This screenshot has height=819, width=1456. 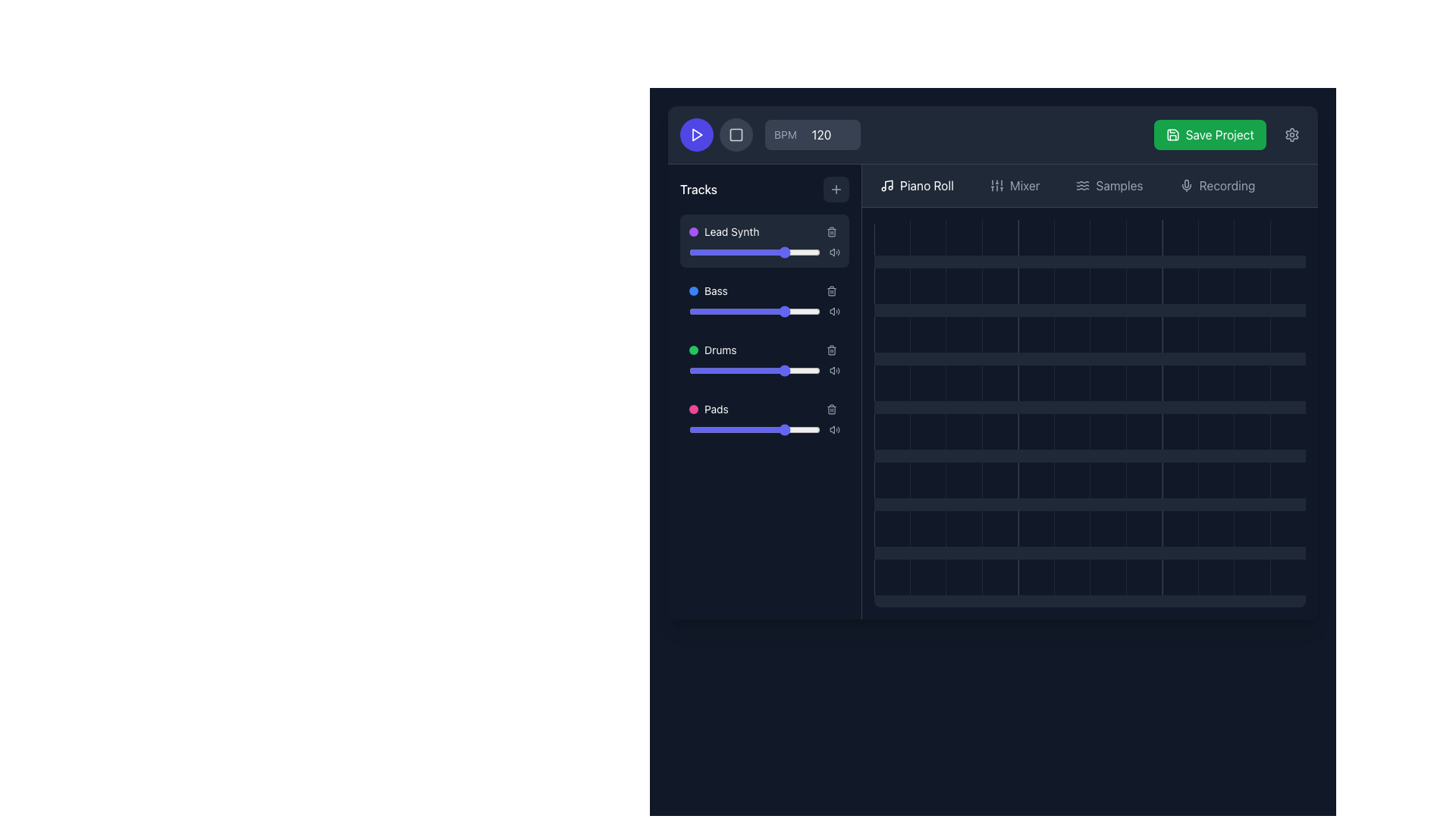 I want to click on the grid layout element located on the right side of the main interface, which serves as a primary content block for arranging or interacting with smaller components like musical notes, so click(x=1089, y=413).